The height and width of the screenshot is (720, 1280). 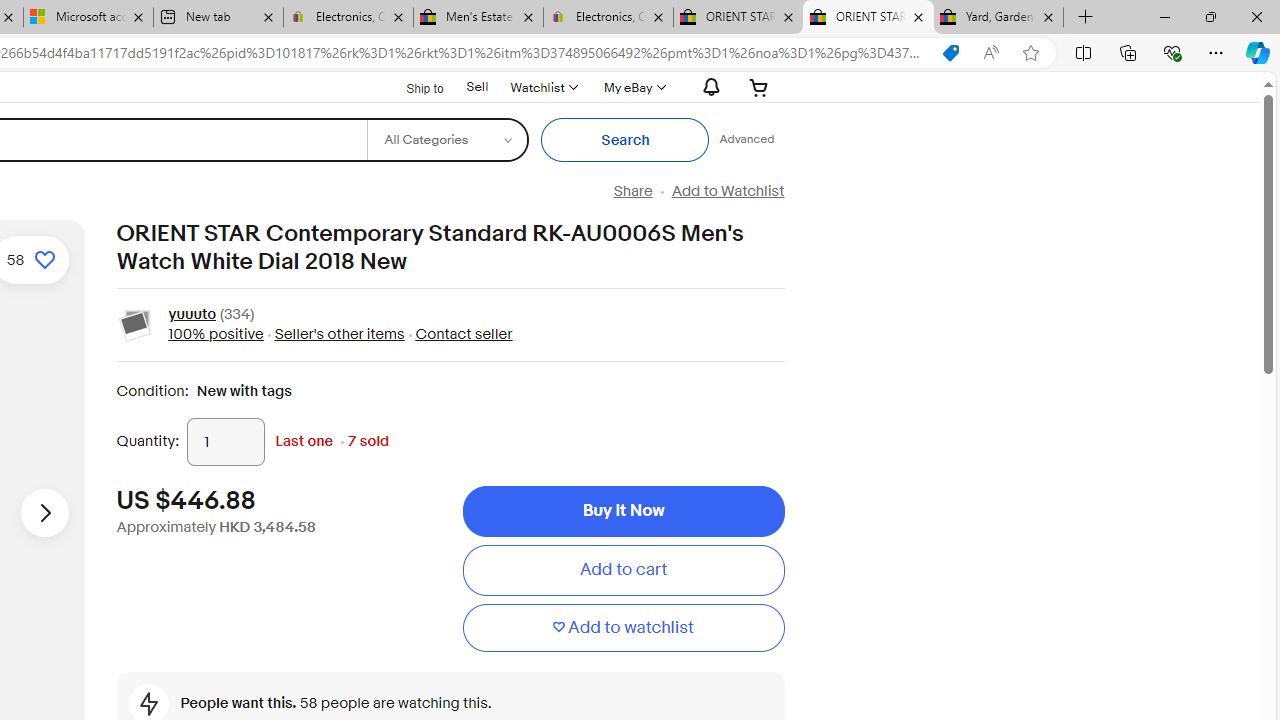 I want to click on 'Next image - Item images thumbnails', so click(x=44, y=511).